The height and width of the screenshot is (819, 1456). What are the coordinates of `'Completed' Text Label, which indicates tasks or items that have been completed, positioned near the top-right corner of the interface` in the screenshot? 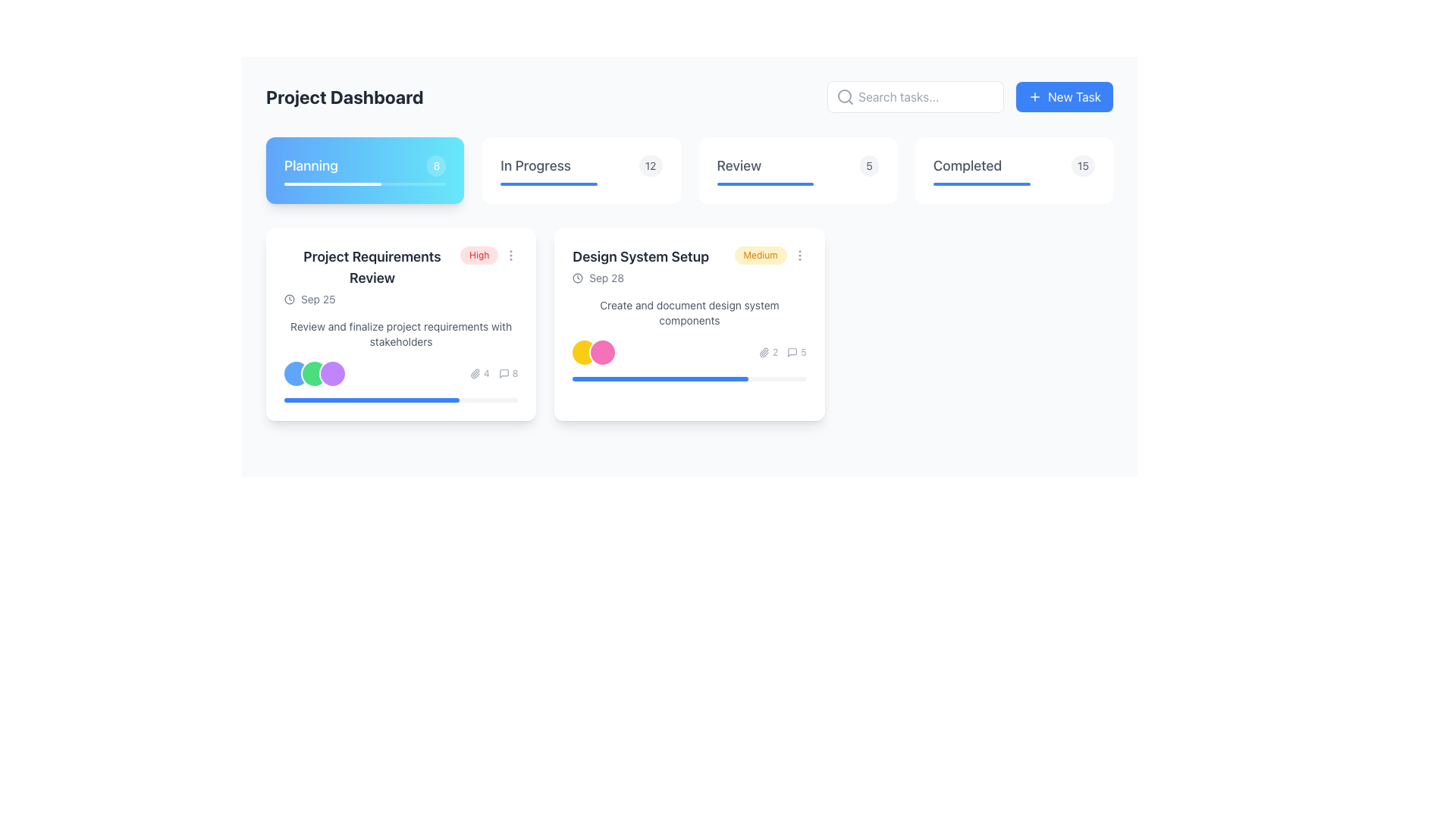 It's located at (967, 166).